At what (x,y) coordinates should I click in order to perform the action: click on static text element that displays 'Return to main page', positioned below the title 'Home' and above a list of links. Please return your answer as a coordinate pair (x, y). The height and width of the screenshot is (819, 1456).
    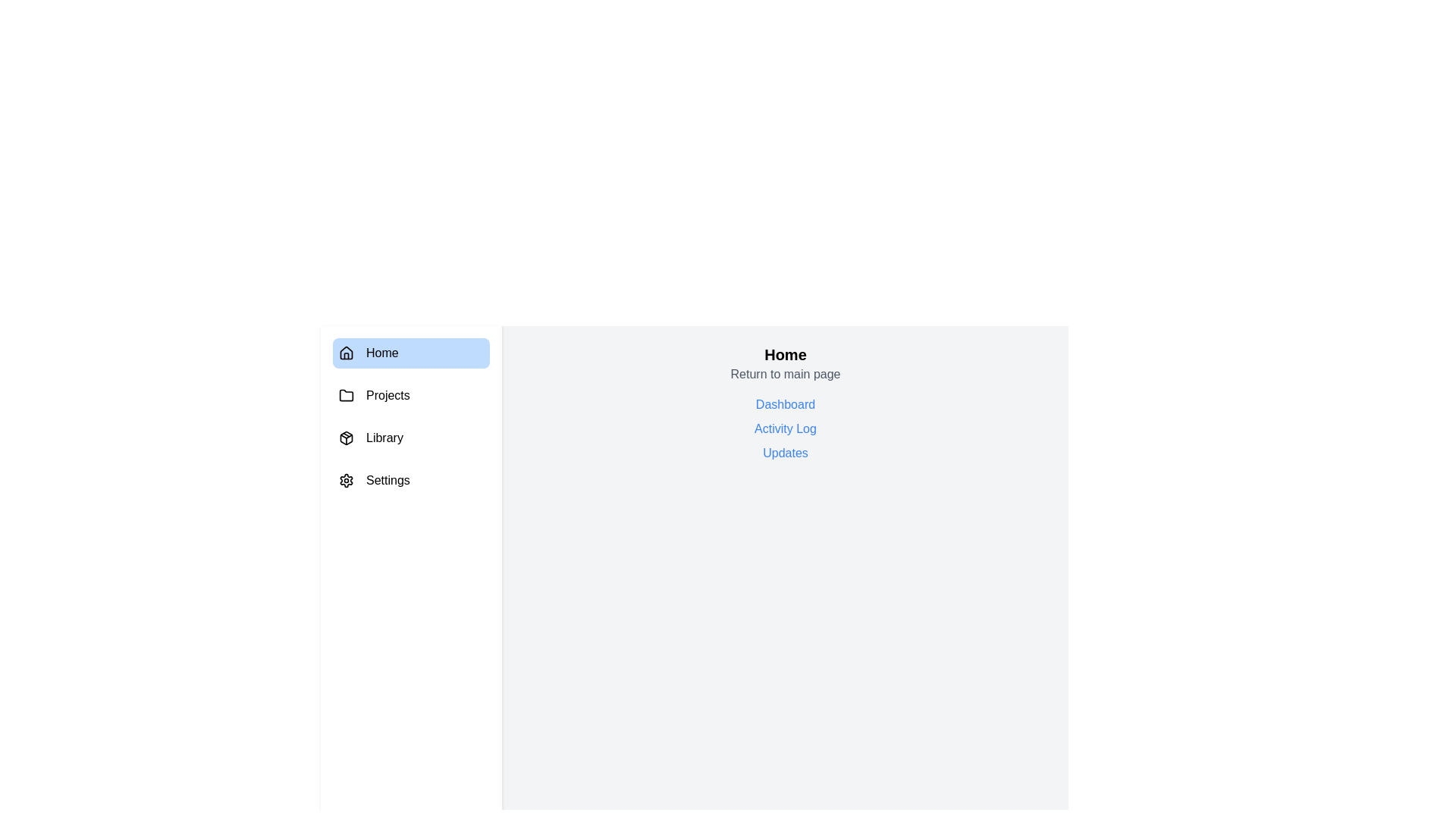
    Looking at the image, I should click on (786, 374).